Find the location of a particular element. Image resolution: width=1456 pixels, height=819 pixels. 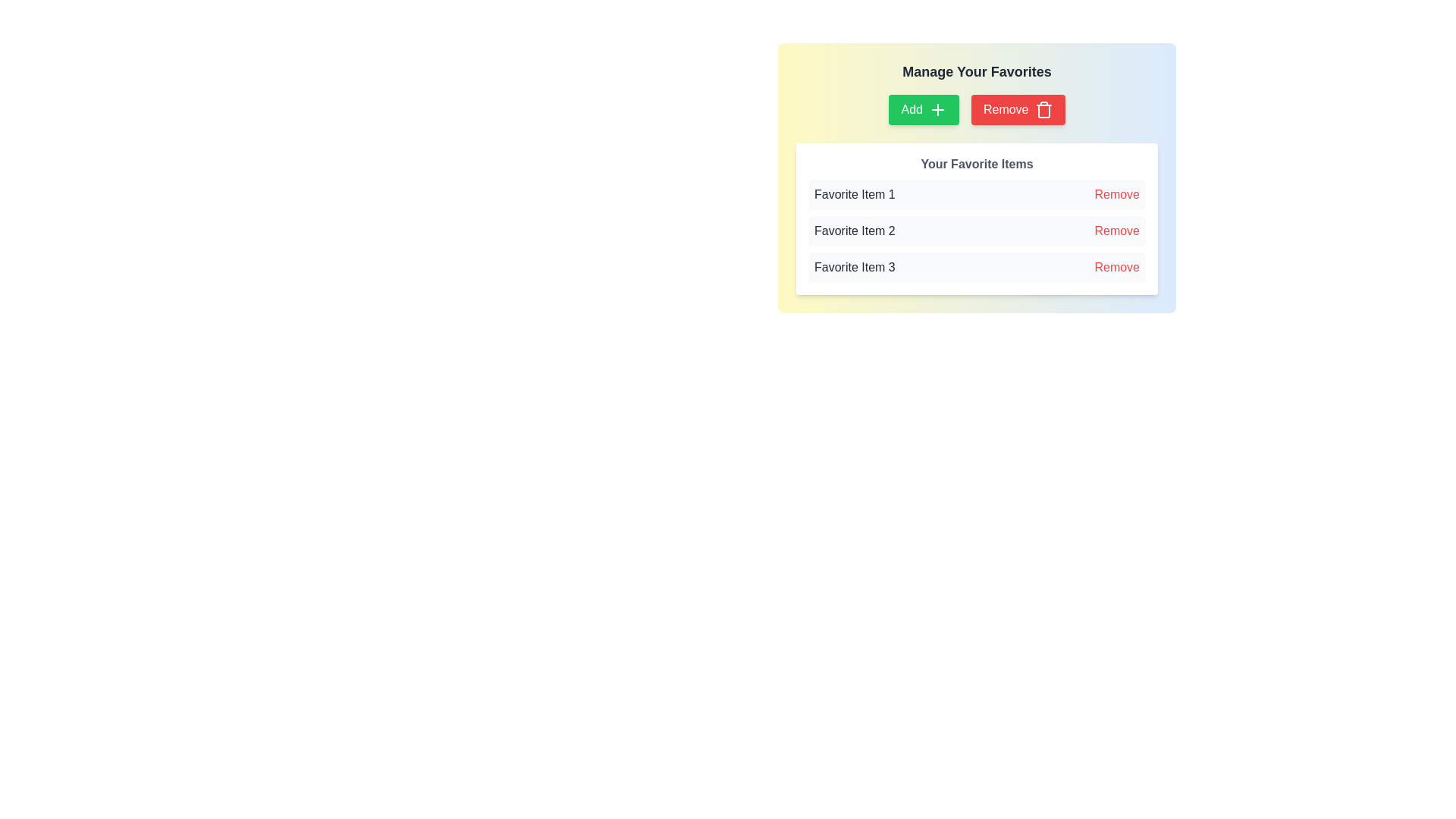

the interactive text button that allows the user to remove a favorite item from the list, located in the first row under 'Your Favorite Items', aligned to the right-hand side is located at coordinates (1117, 194).